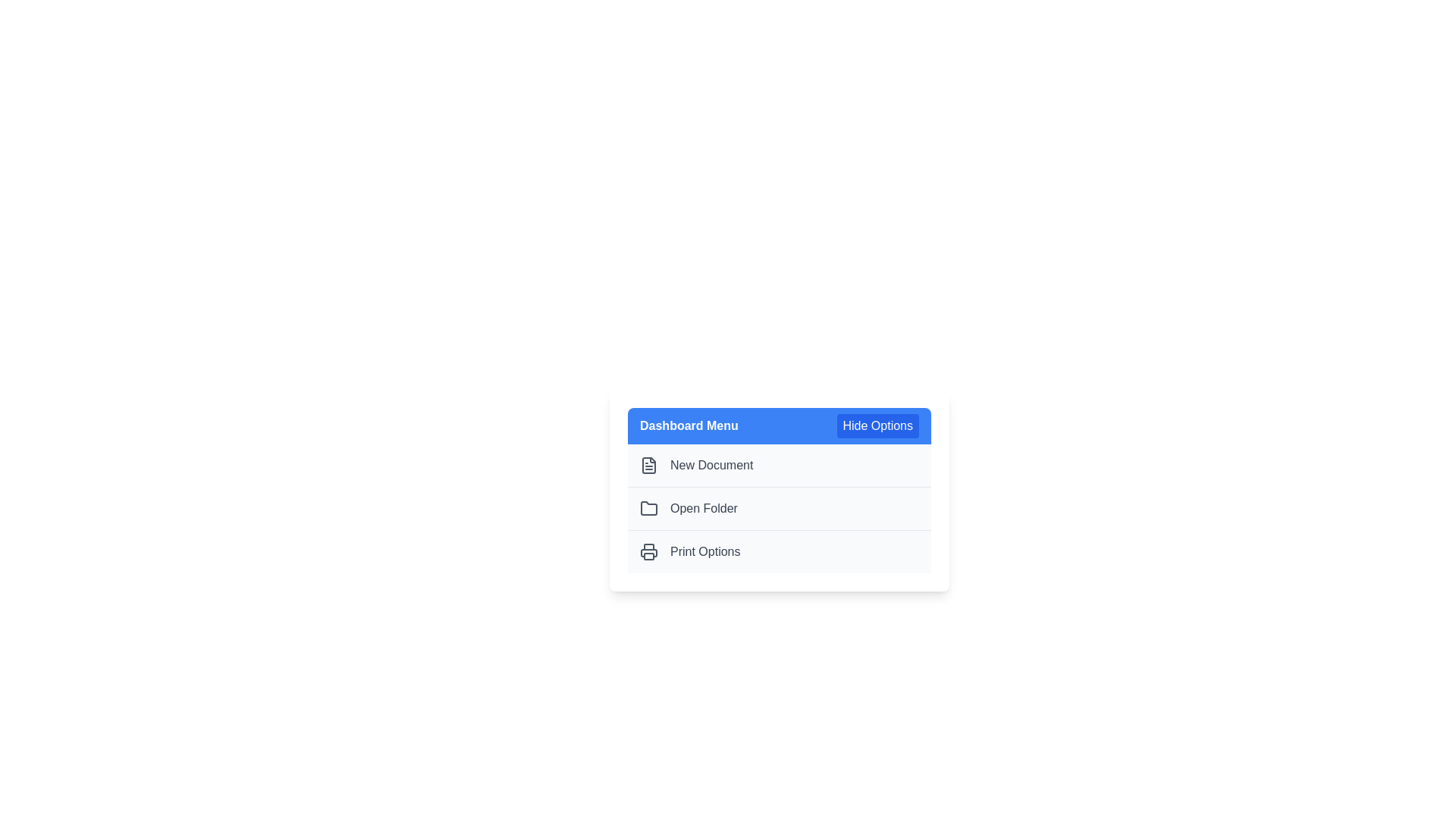  Describe the element at coordinates (779, 509) in the screenshot. I see `the second menu item in the 'Dashboard Menu'` at that location.